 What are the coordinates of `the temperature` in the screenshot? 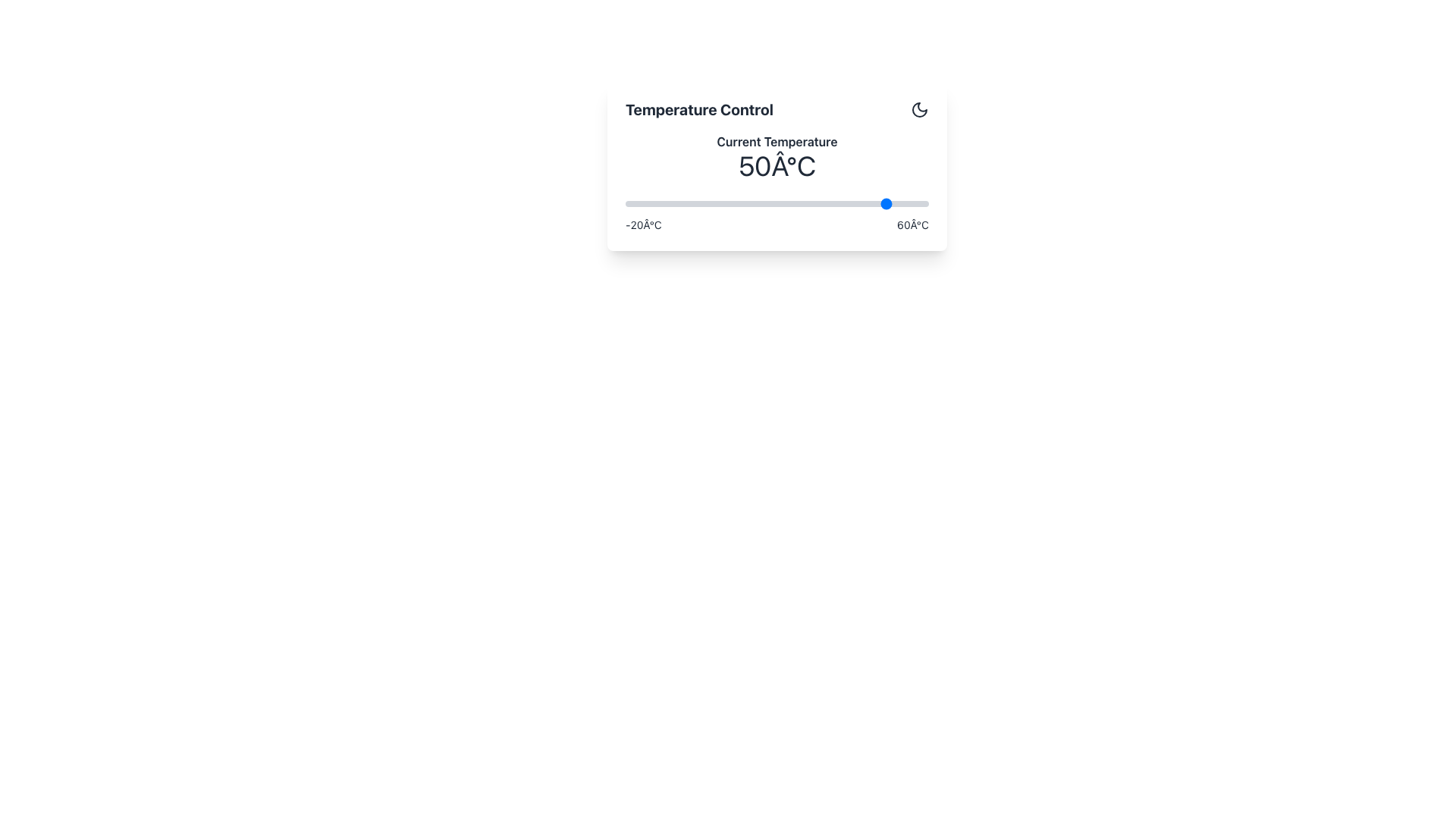 It's located at (712, 203).